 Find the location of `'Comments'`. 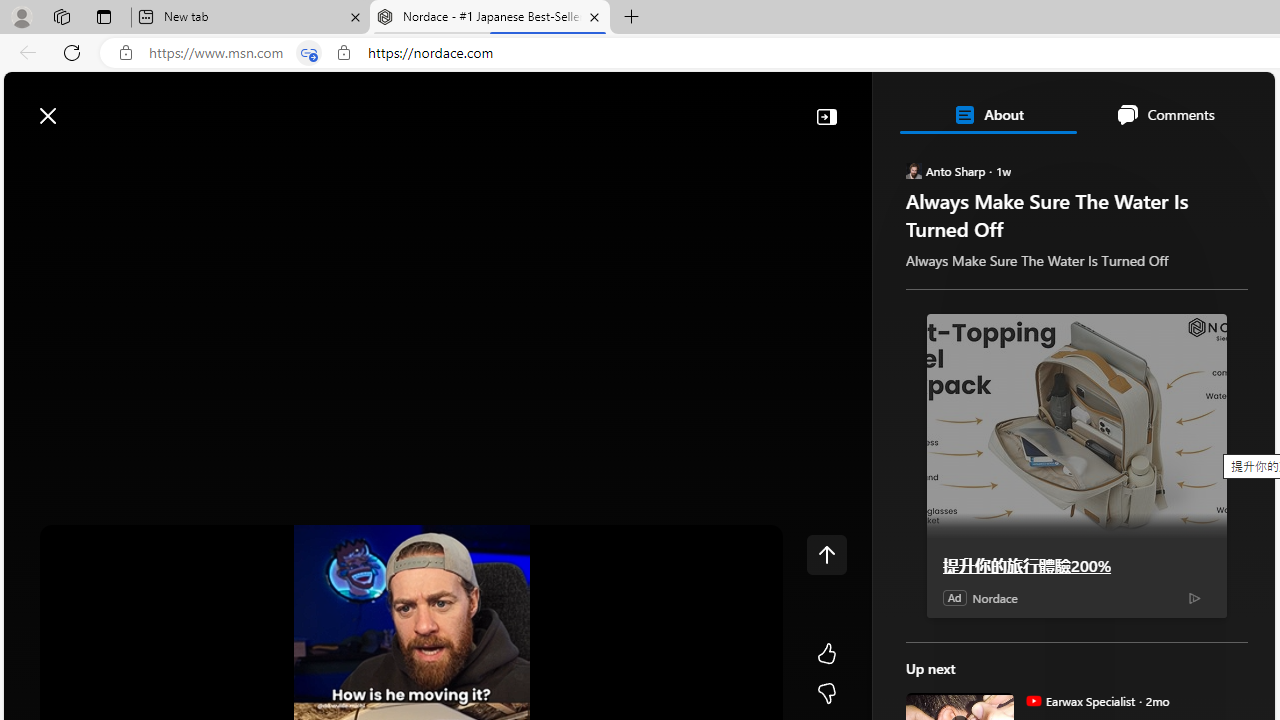

'Comments' is located at coordinates (1165, 114).